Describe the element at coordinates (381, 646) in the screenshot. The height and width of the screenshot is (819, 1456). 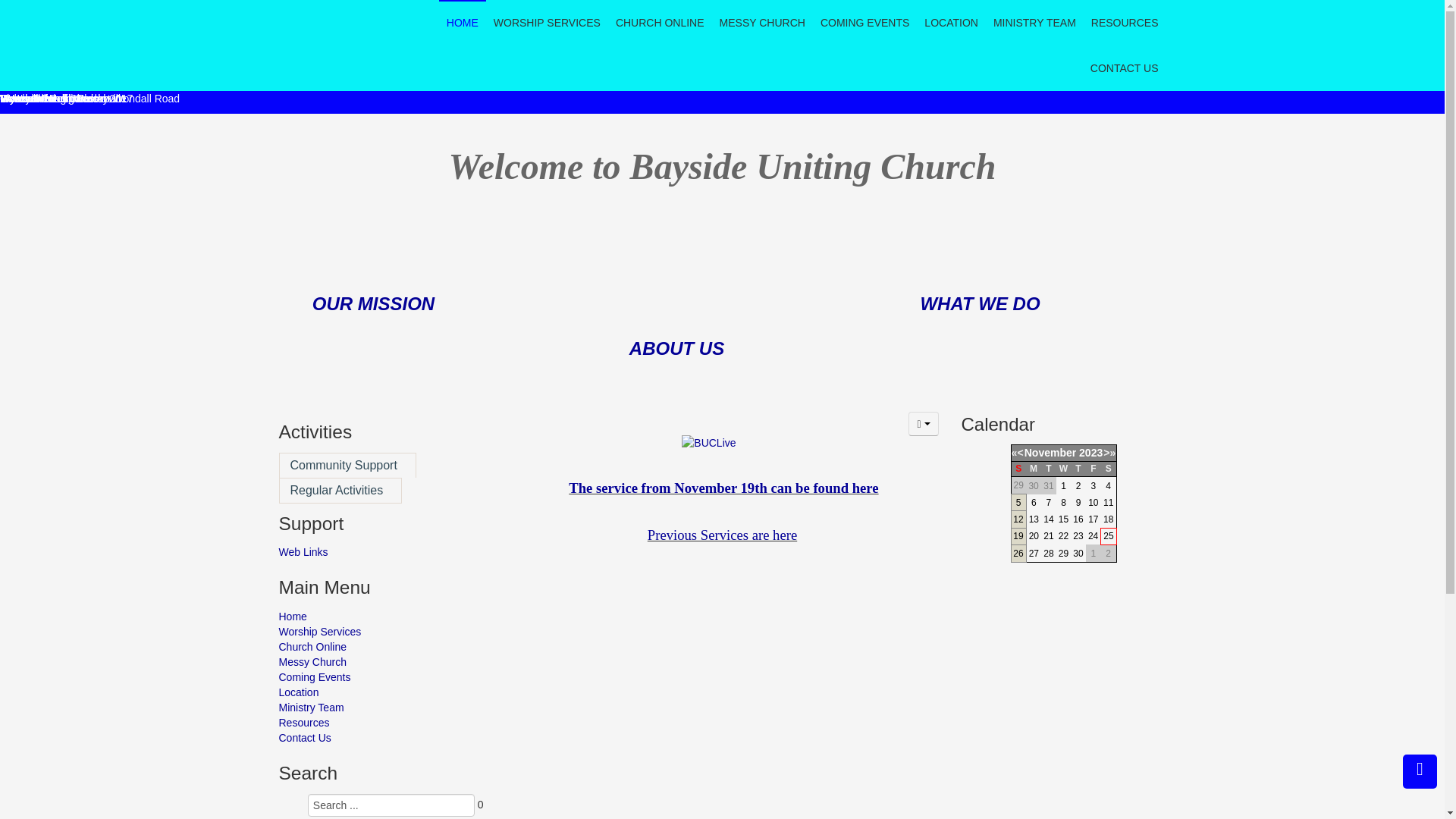
I see `'Church Online'` at that location.